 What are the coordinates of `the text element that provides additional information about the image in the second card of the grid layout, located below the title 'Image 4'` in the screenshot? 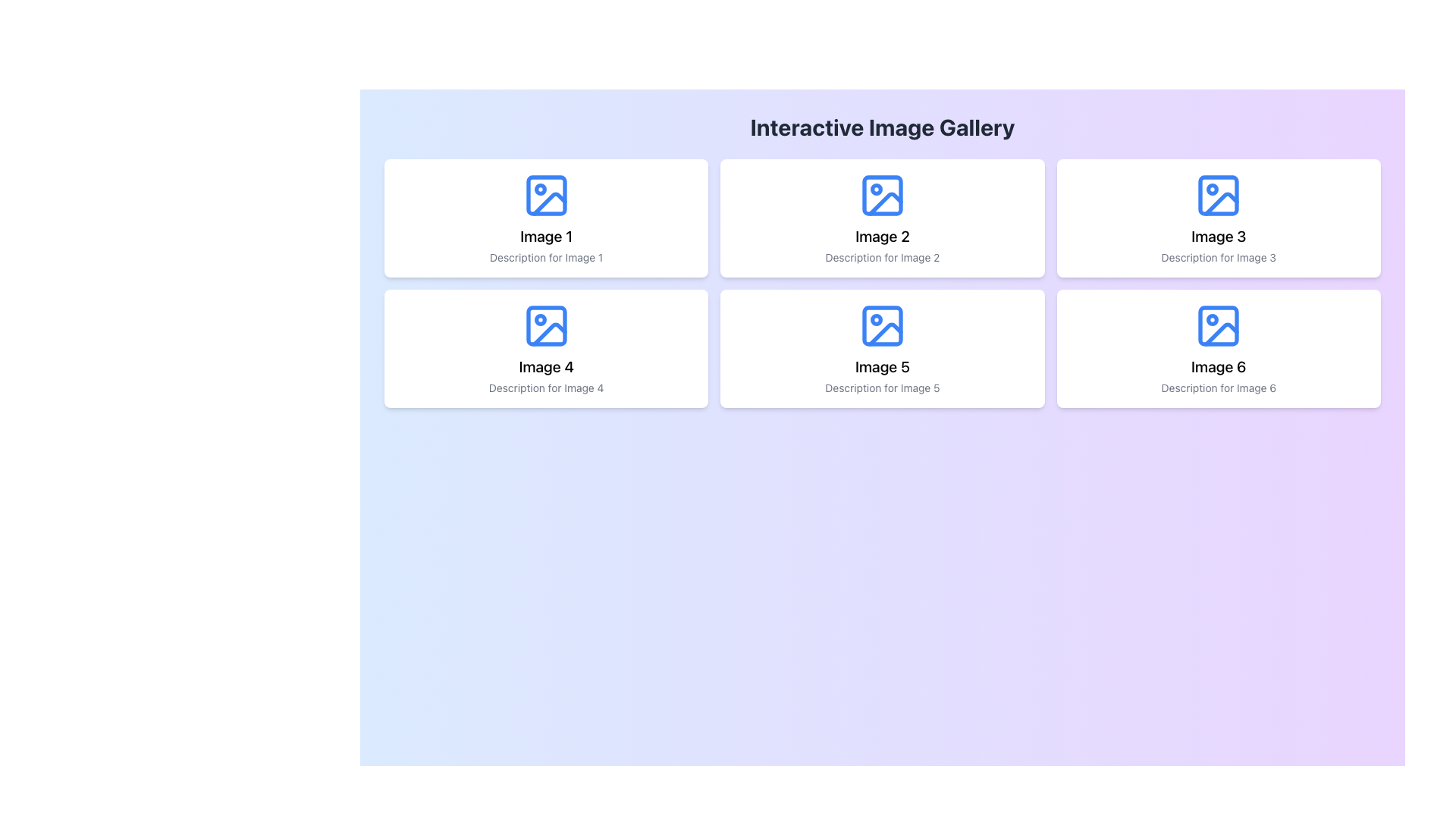 It's located at (546, 388).